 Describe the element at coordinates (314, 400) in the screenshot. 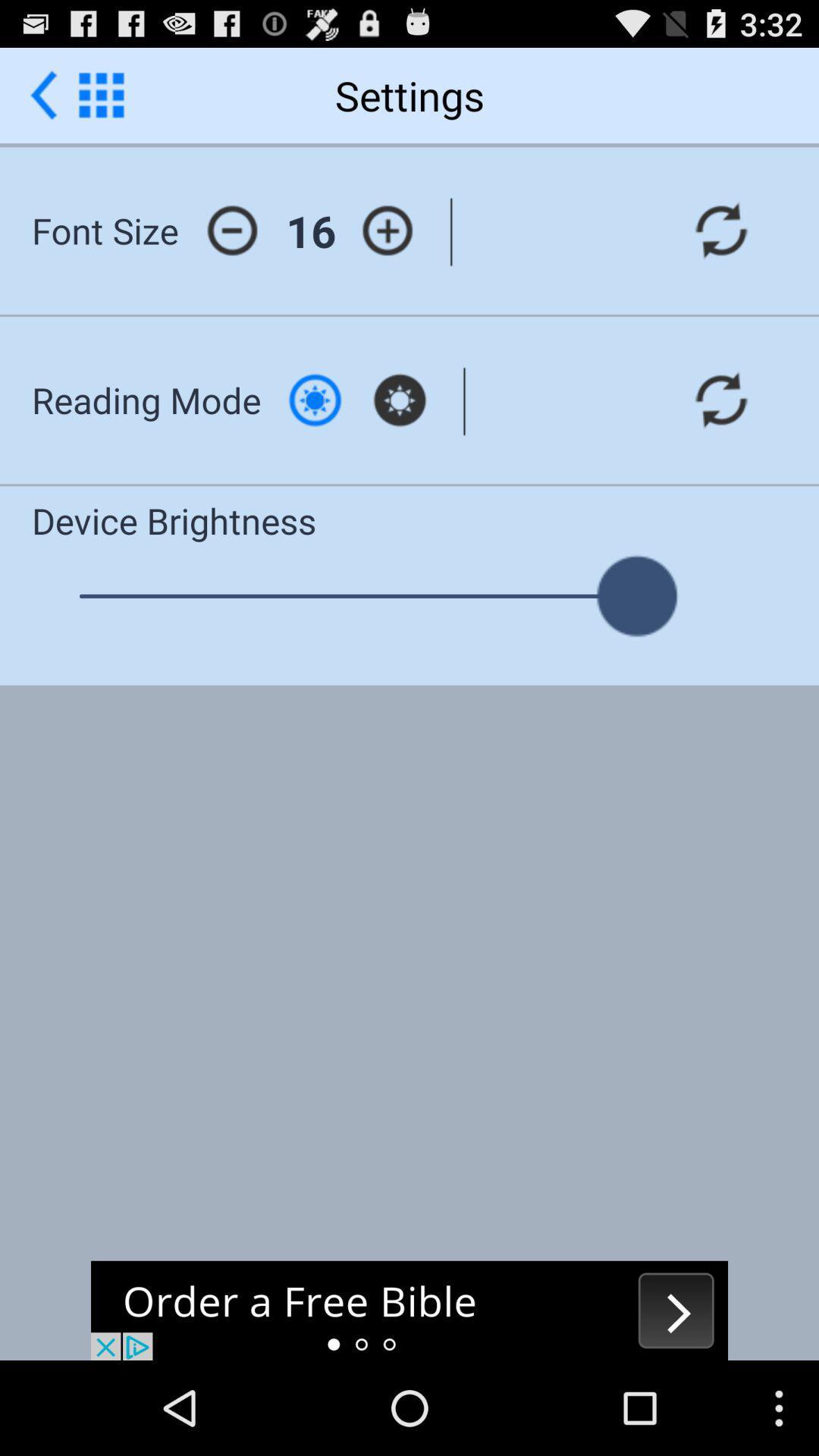

I see `click button` at that location.